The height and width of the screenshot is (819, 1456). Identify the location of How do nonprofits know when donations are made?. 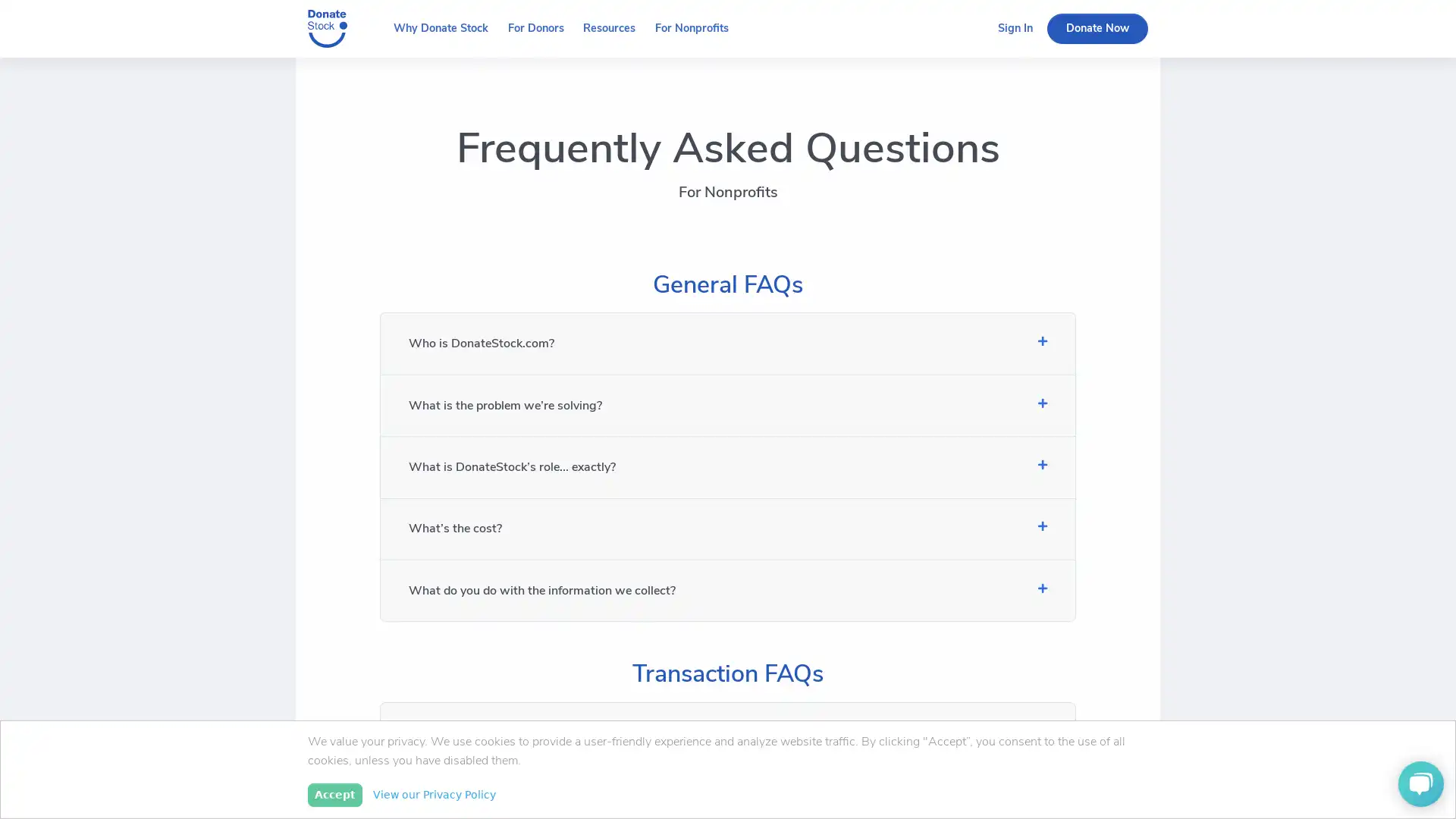
(726, 794).